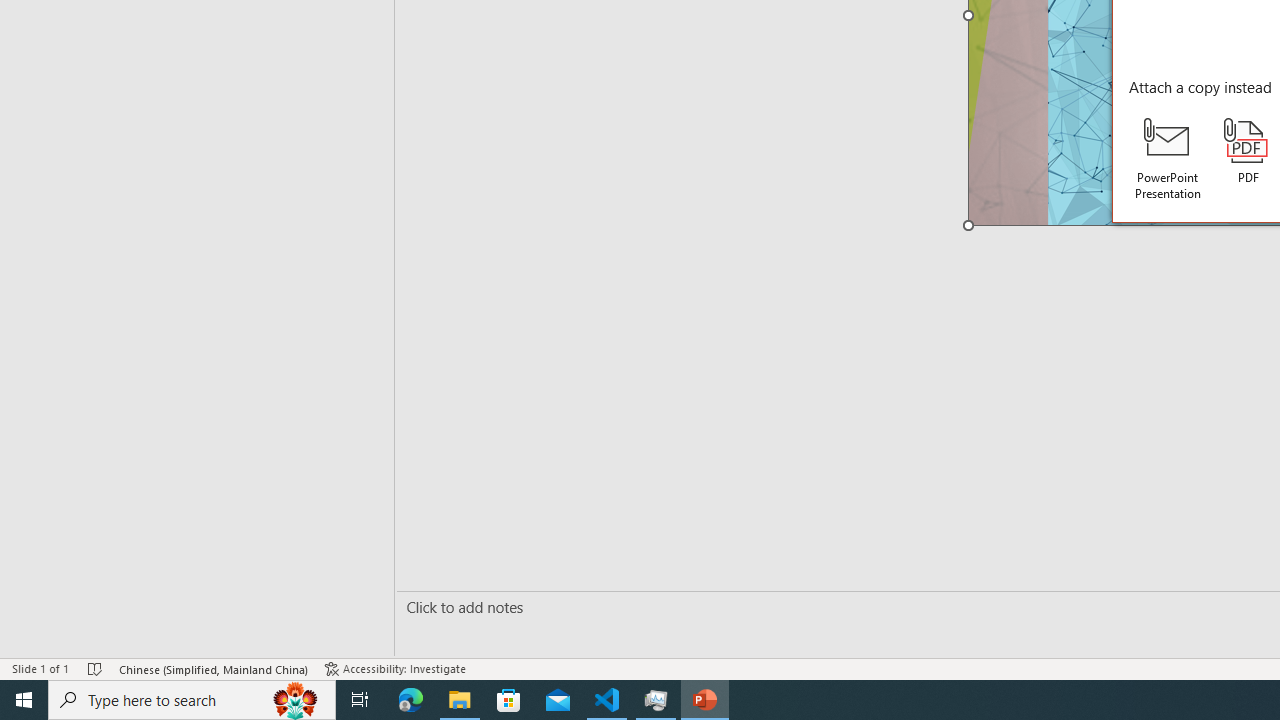 The image size is (1280, 720). Describe the element at coordinates (656, 698) in the screenshot. I see `'Task Manager - 1 running window'` at that location.